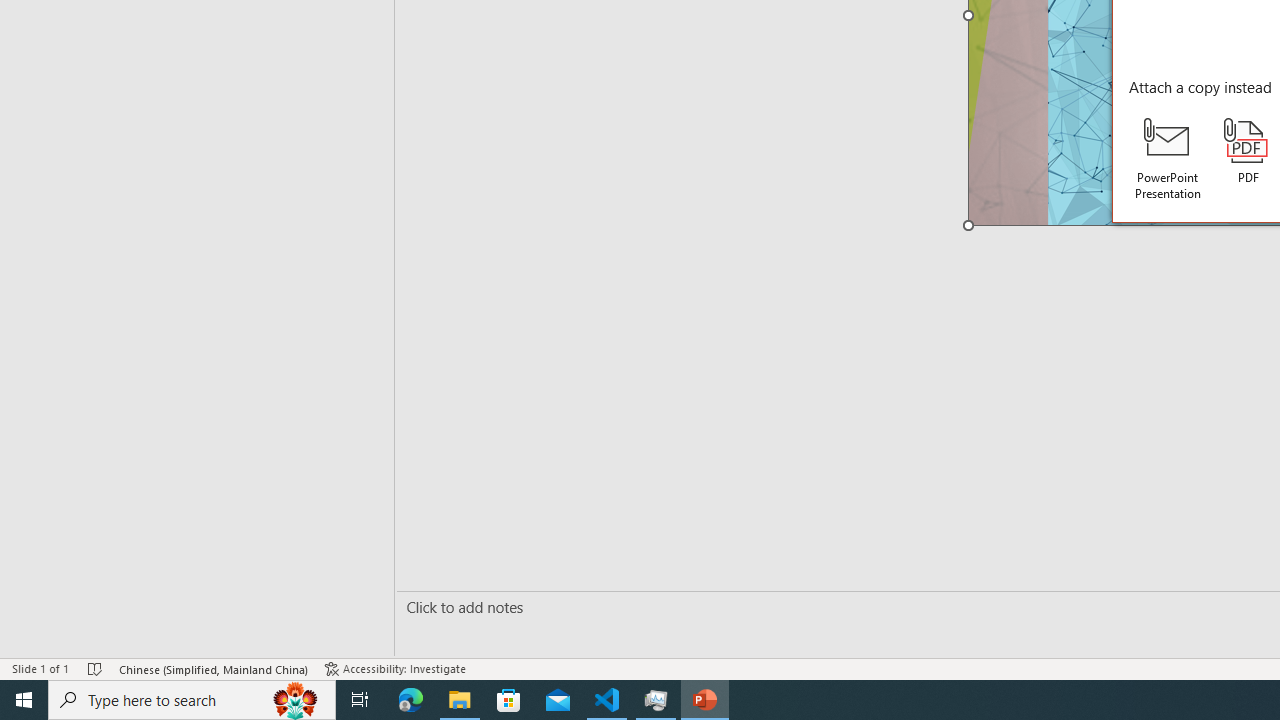 The image size is (1280, 720). Describe the element at coordinates (656, 698) in the screenshot. I see `'Task Manager - 1 running window'` at that location.